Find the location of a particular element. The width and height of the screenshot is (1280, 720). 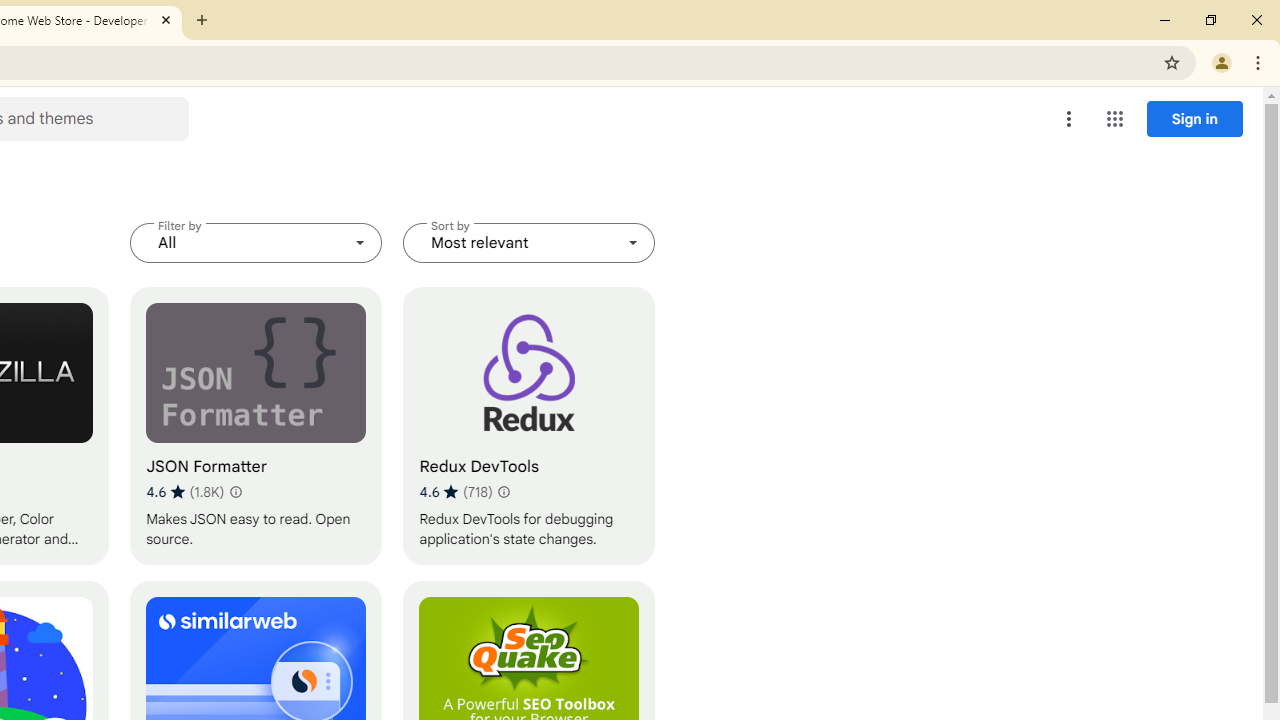

'Redux DevTools' is located at coordinates (529, 425).